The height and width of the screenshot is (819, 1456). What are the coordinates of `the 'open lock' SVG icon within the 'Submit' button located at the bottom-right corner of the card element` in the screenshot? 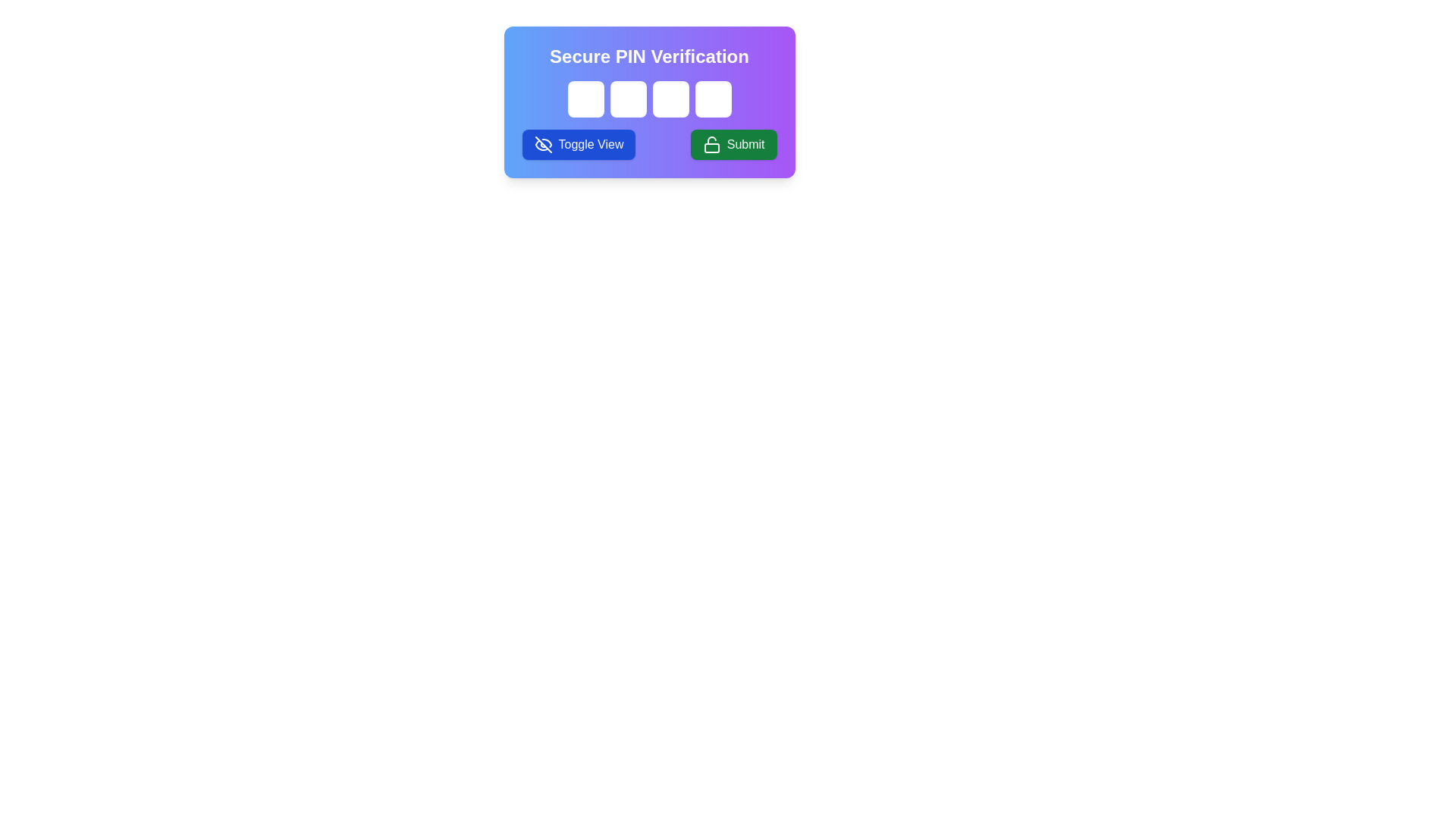 It's located at (711, 148).